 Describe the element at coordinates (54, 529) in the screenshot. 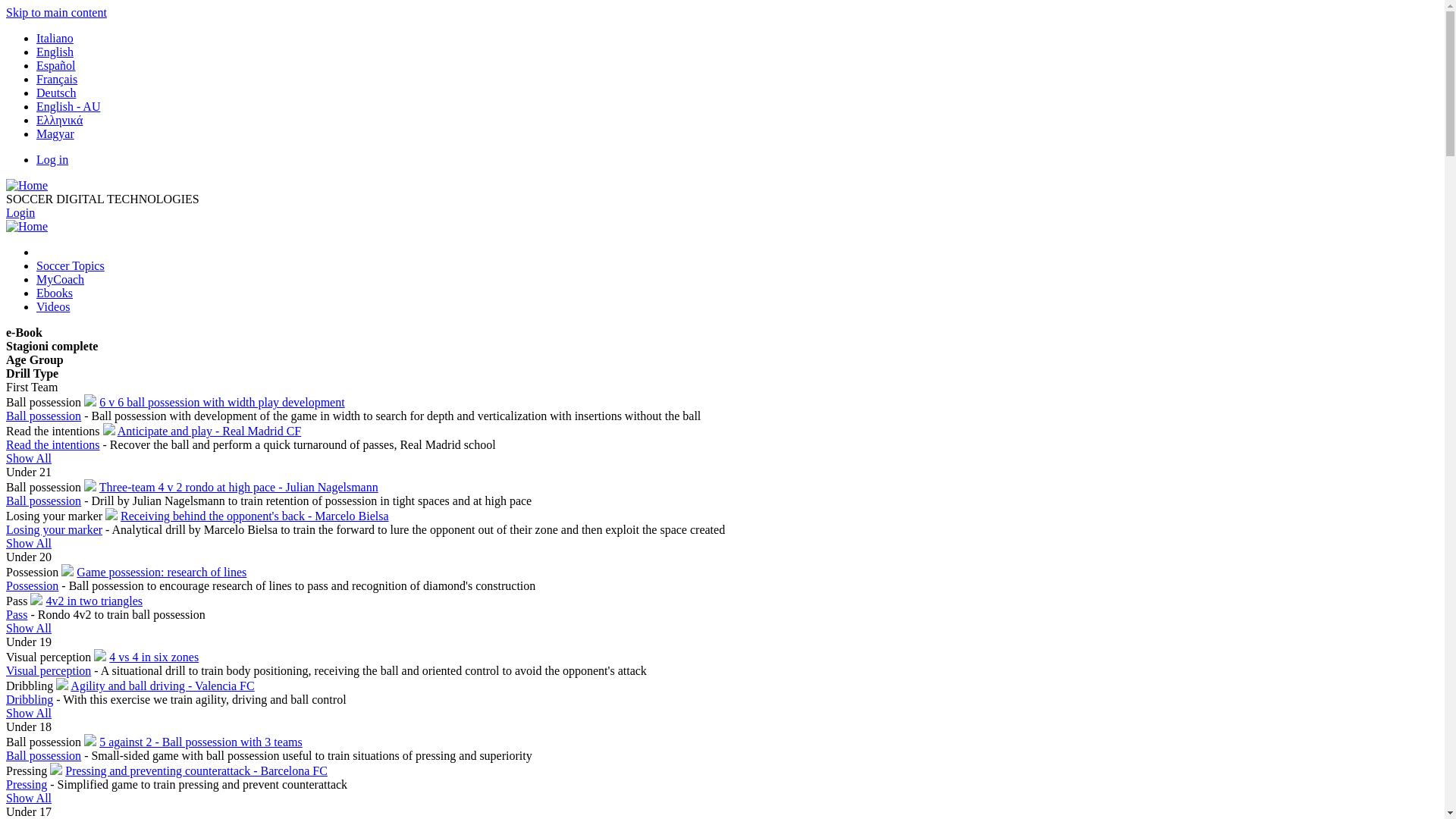

I see `'Losing your marker'` at that location.